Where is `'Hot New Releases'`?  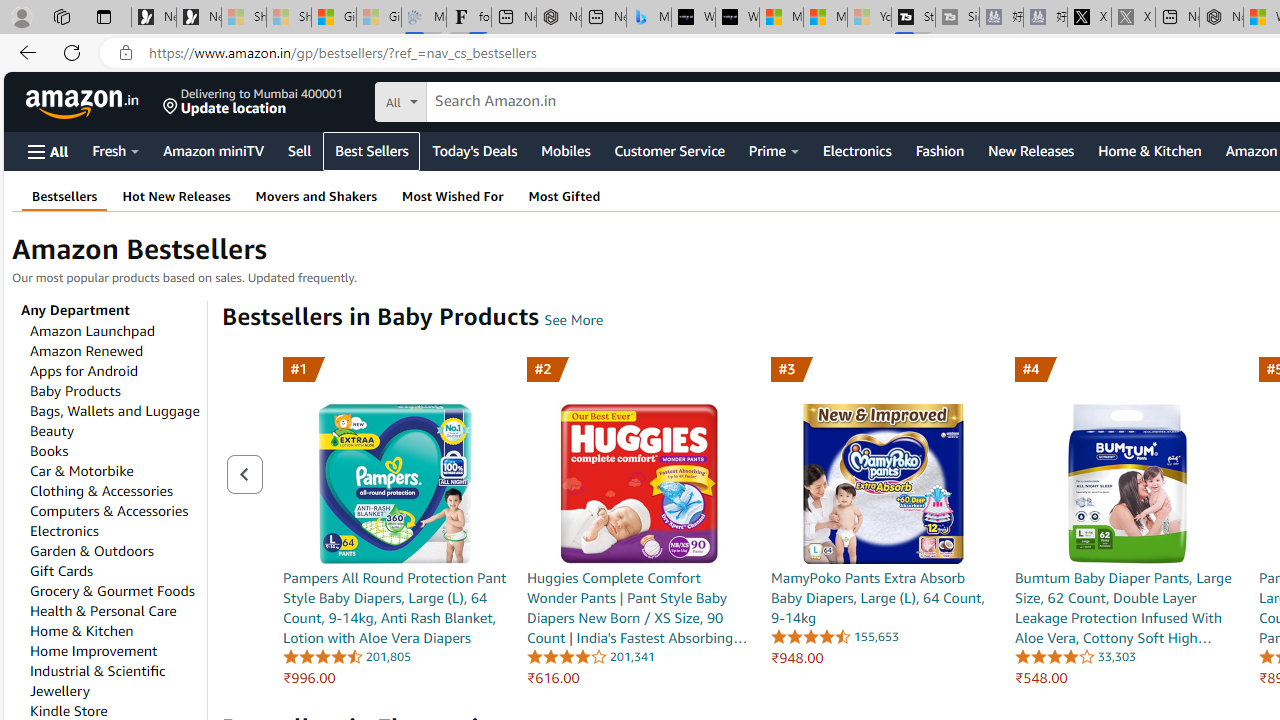 'Hot New Releases' is located at coordinates (176, 196).